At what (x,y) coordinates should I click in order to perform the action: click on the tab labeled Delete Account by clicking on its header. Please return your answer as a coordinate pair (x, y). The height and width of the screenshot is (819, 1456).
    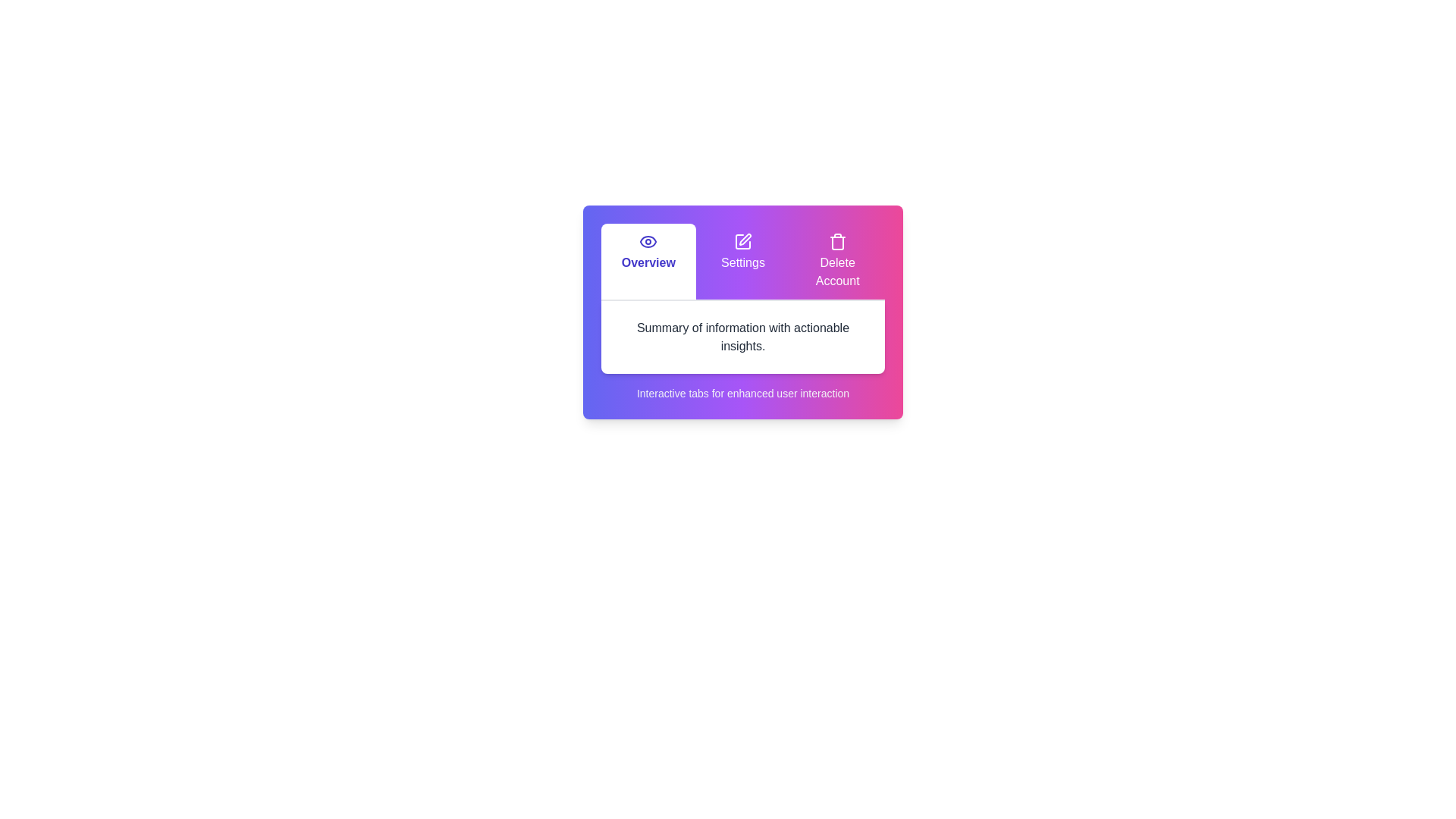
    Looking at the image, I should click on (836, 260).